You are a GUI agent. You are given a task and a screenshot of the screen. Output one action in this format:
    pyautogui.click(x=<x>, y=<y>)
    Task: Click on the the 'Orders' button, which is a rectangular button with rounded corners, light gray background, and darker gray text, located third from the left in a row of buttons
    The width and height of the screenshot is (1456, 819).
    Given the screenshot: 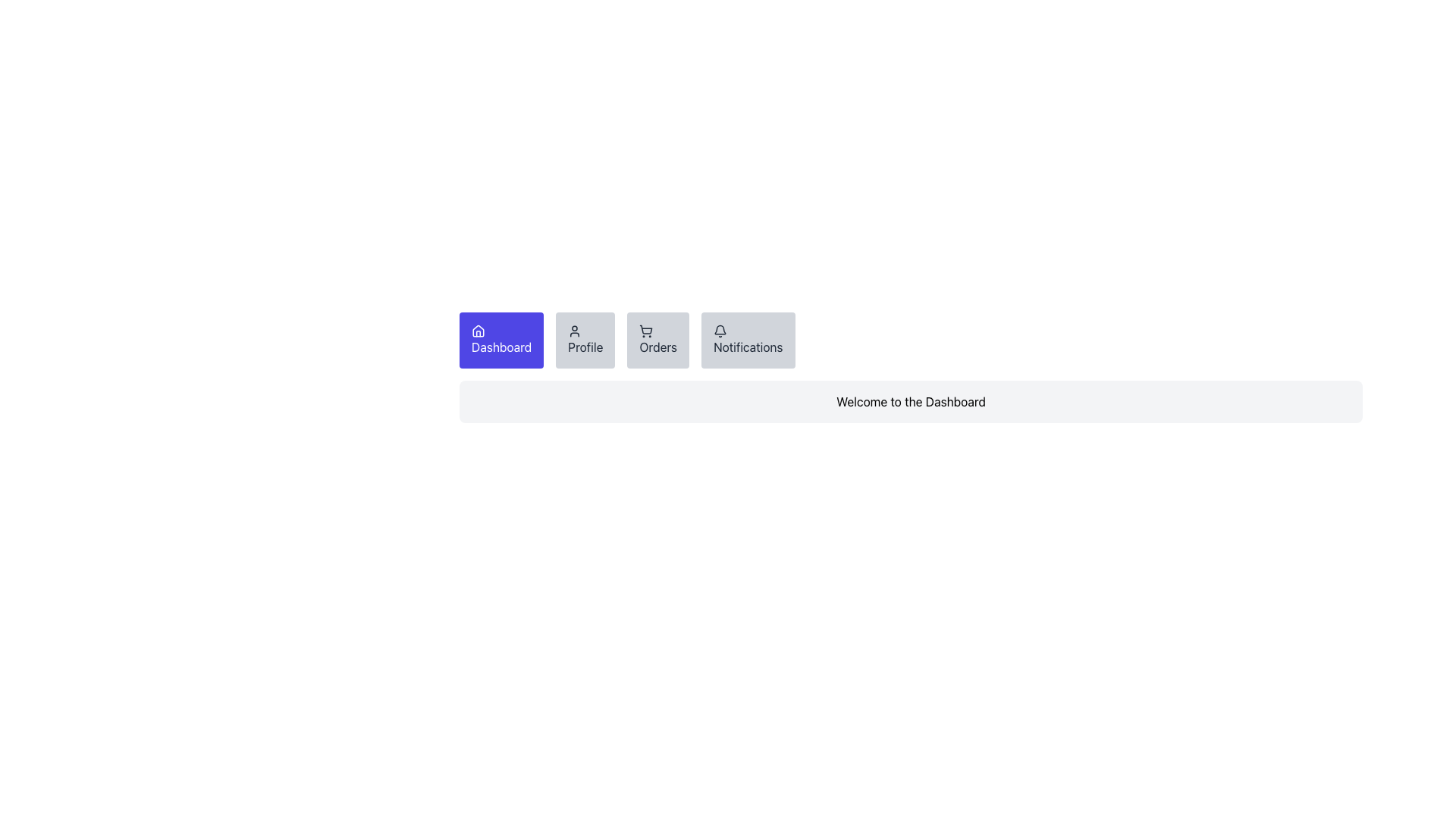 What is the action you would take?
    pyautogui.click(x=658, y=339)
    